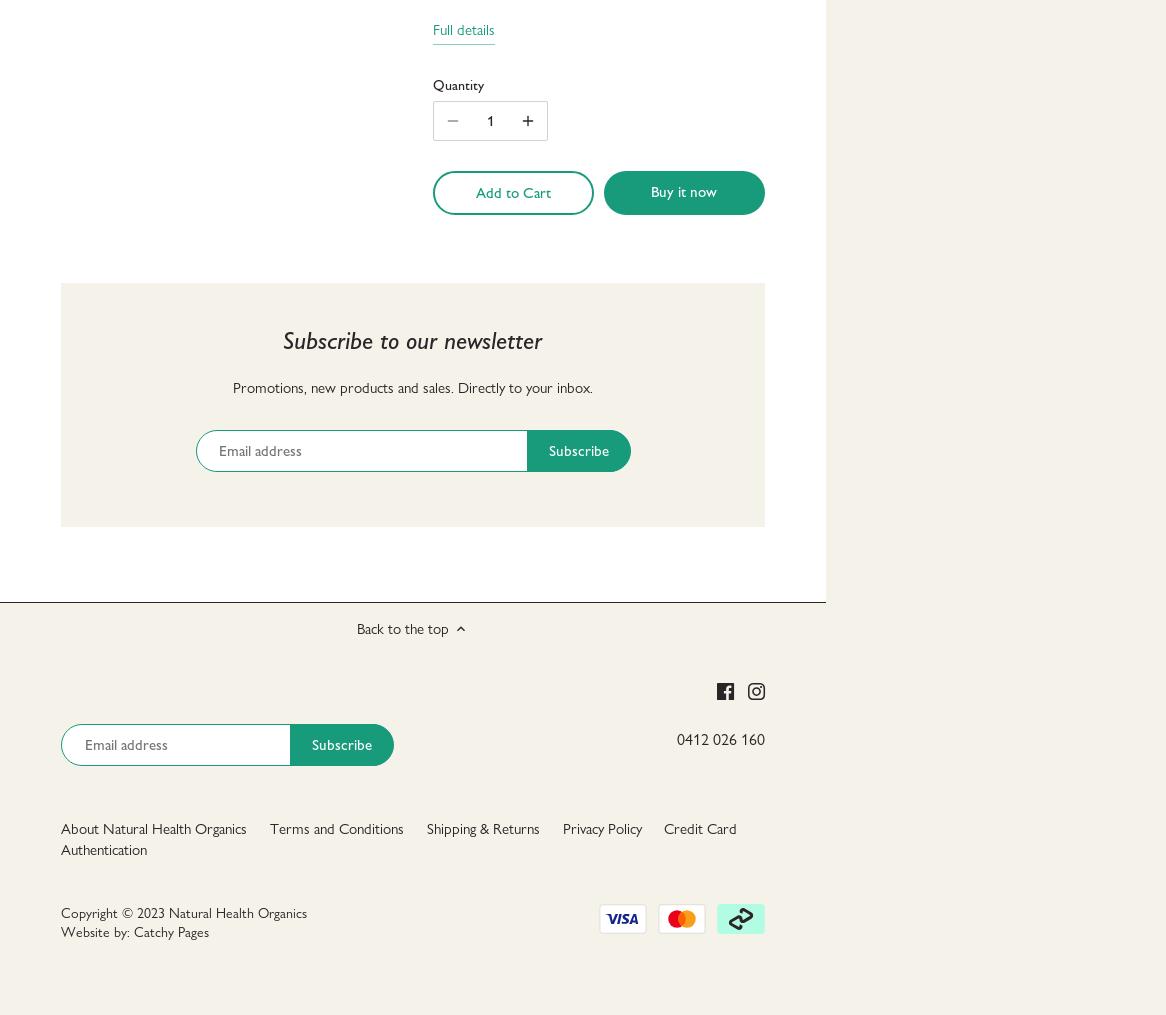 The image size is (1166, 1015). What do you see at coordinates (425, 828) in the screenshot?
I see `'Shipping & Returns'` at bounding box center [425, 828].